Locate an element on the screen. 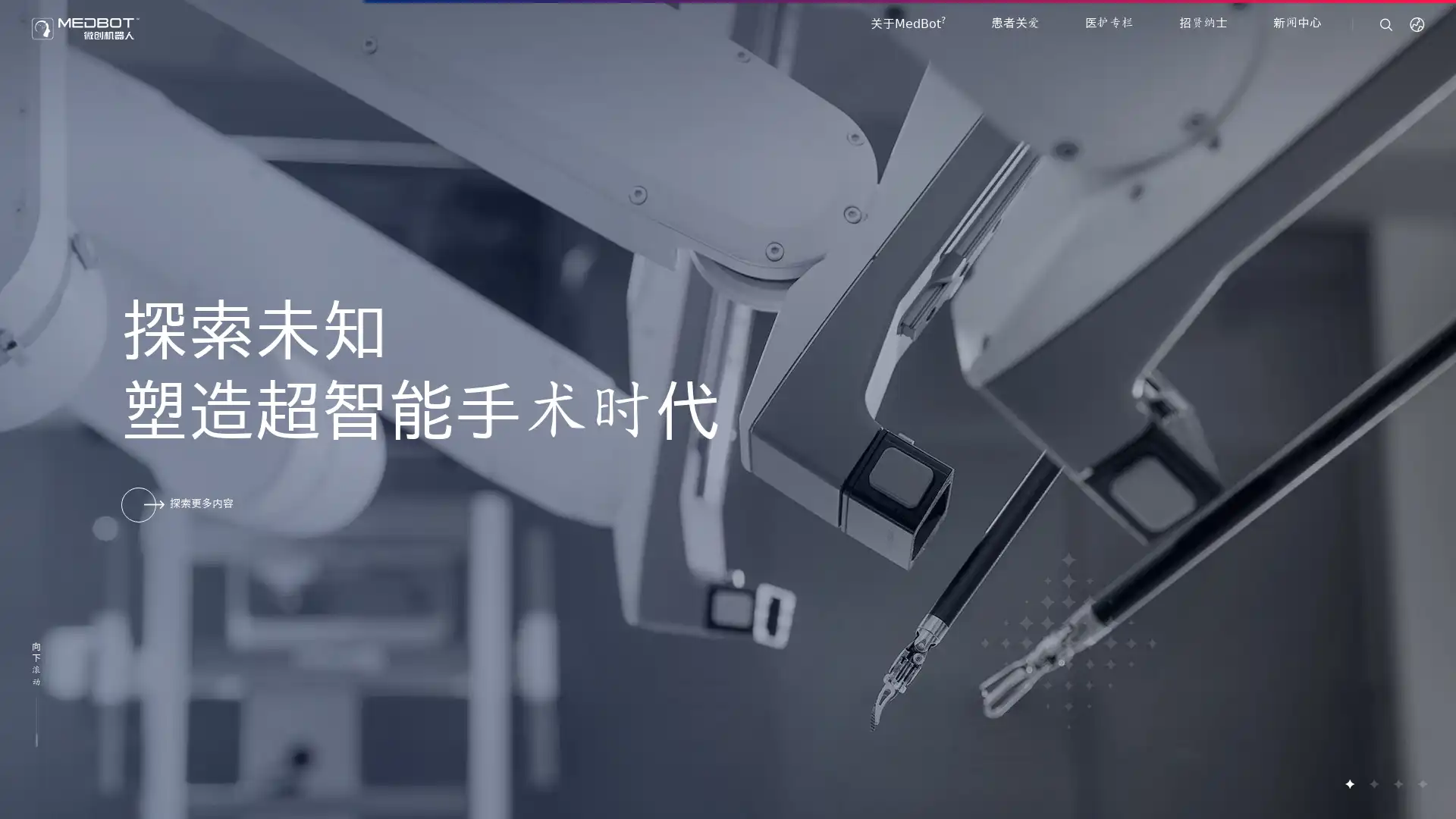  Go to slide 4 is located at coordinates (1421, 783).